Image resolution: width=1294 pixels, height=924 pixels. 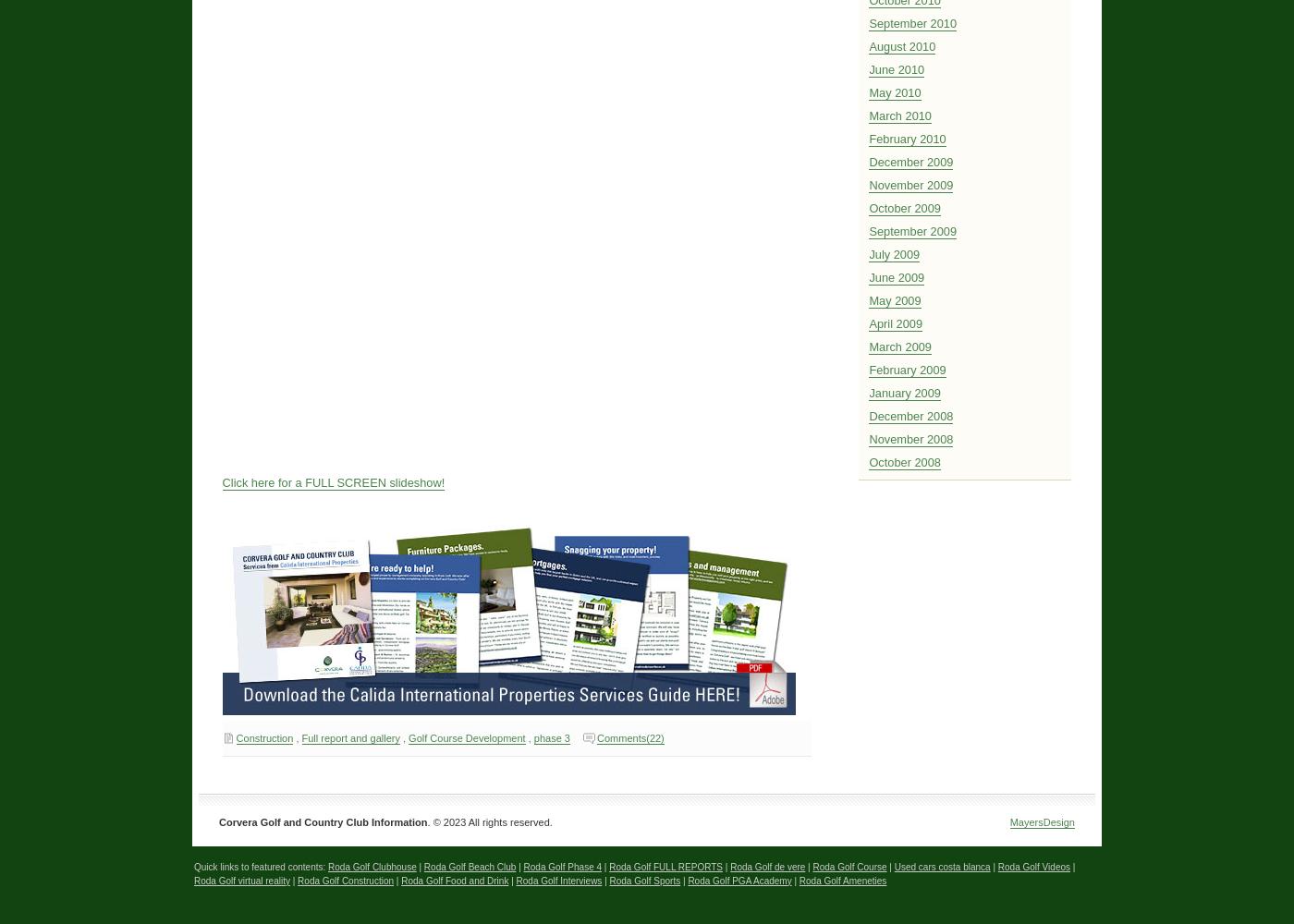 What do you see at coordinates (898, 115) in the screenshot?
I see `'March 2010'` at bounding box center [898, 115].